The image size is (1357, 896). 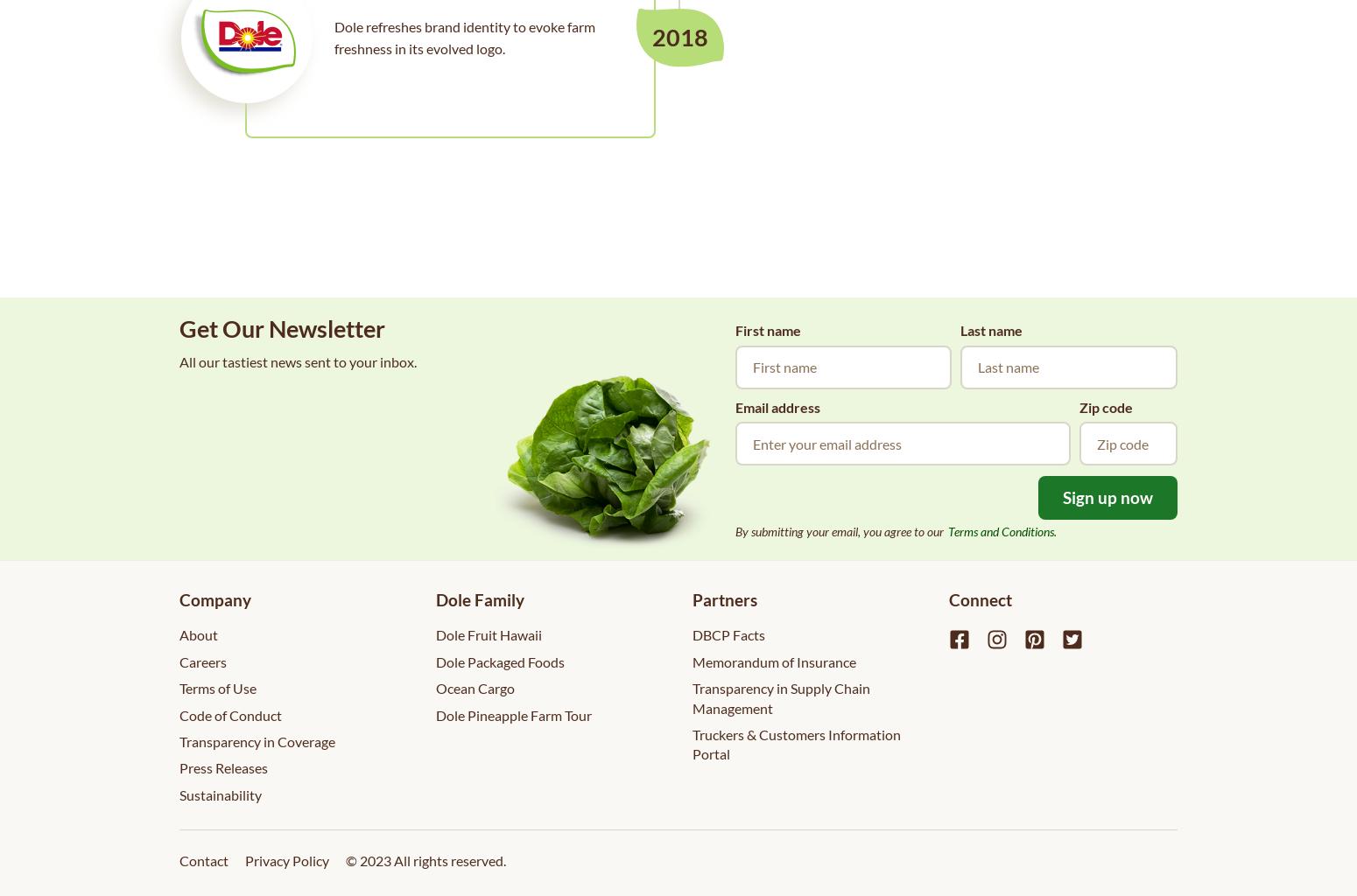 What do you see at coordinates (980, 599) in the screenshot?
I see `'Connect'` at bounding box center [980, 599].